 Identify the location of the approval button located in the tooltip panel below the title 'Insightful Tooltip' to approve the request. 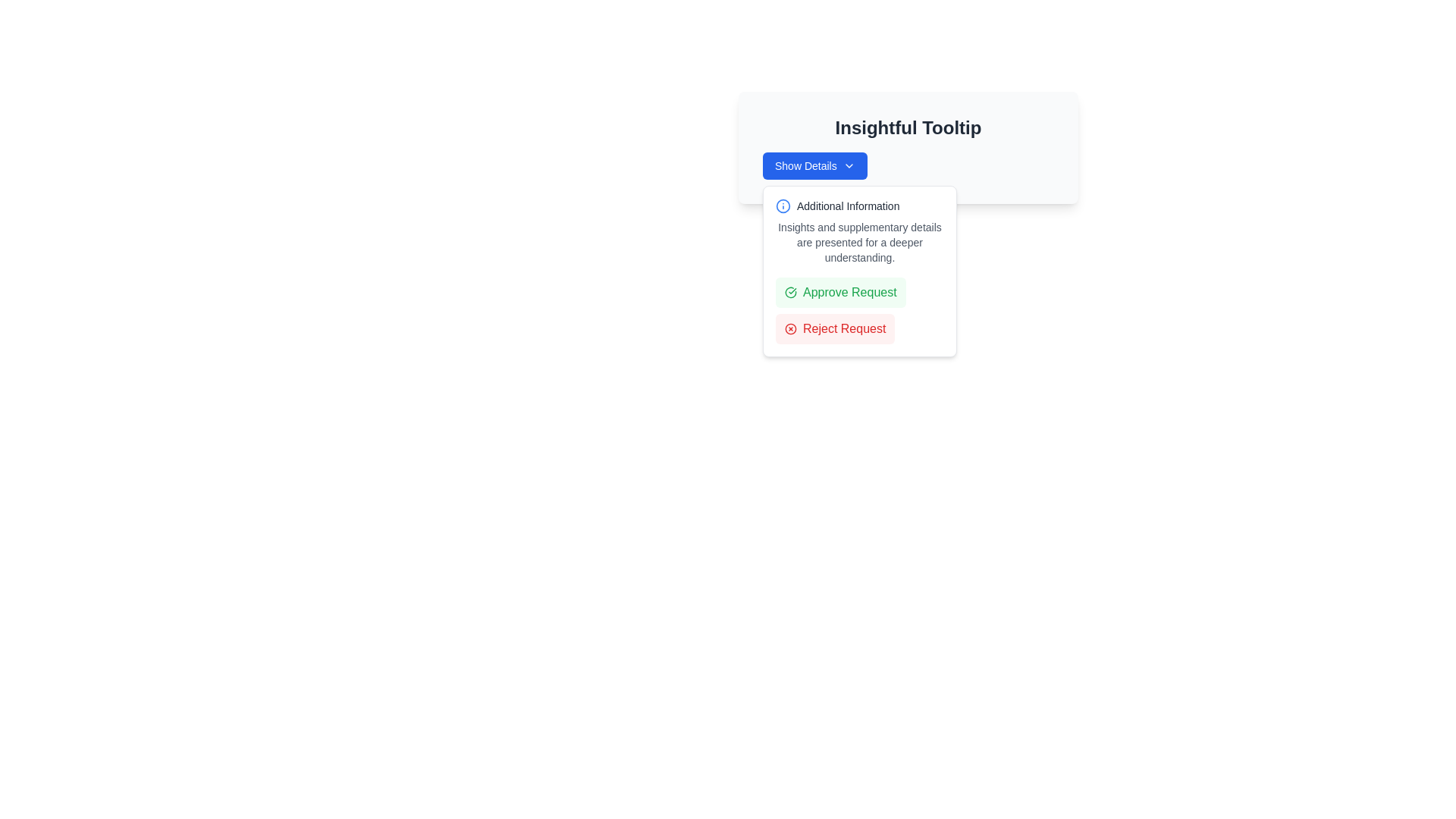
(839, 292).